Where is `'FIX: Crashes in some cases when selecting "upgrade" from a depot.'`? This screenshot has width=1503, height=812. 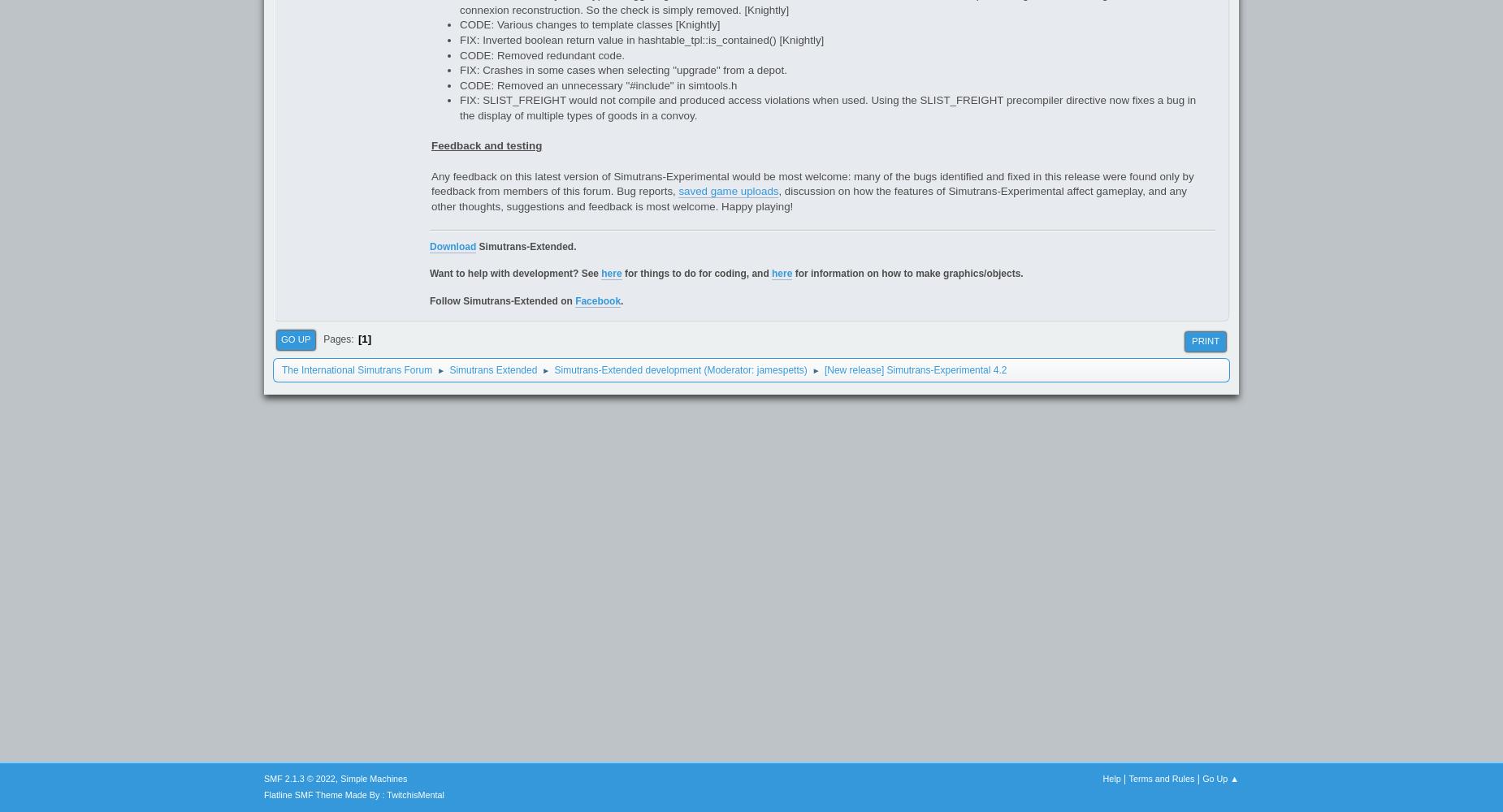 'FIX: Crashes in some cases when selecting "upgrade" from a depot.' is located at coordinates (623, 69).